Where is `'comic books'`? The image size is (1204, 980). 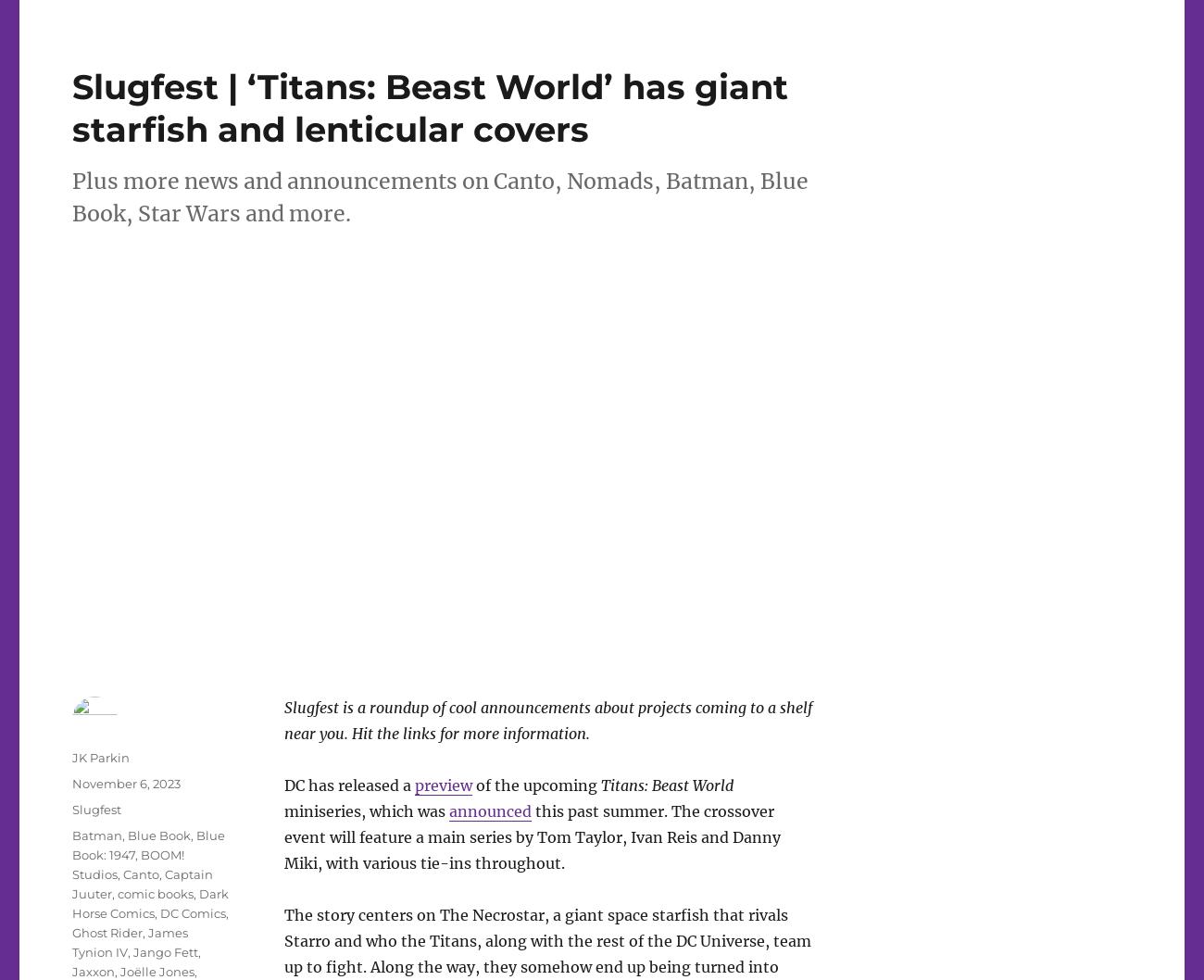 'comic books' is located at coordinates (155, 894).